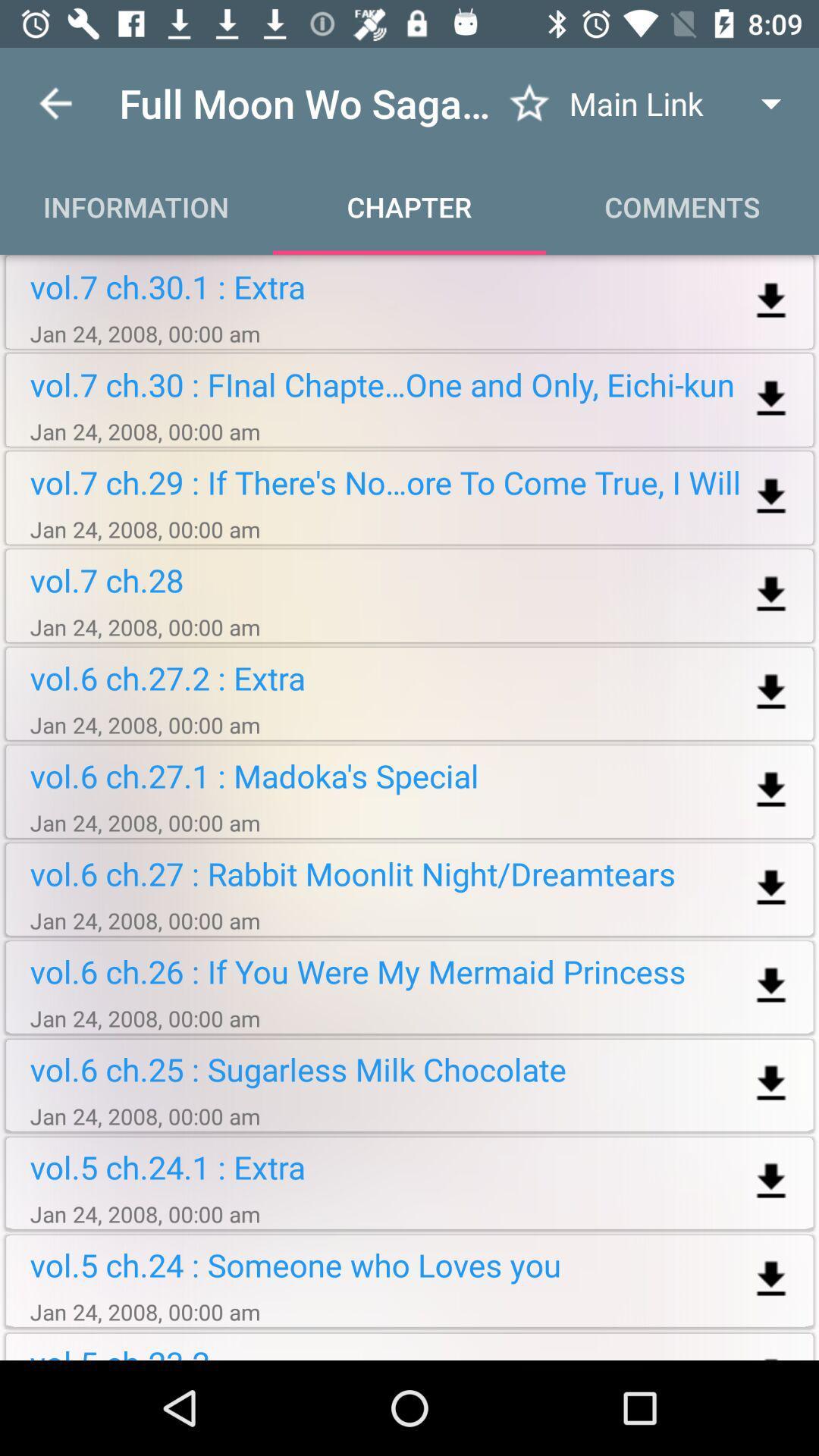 Image resolution: width=819 pixels, height=1456 pixels. What do you see at coordinates (771, 497) in the screenshot?
I see `download` at bounding box center [771, 497].